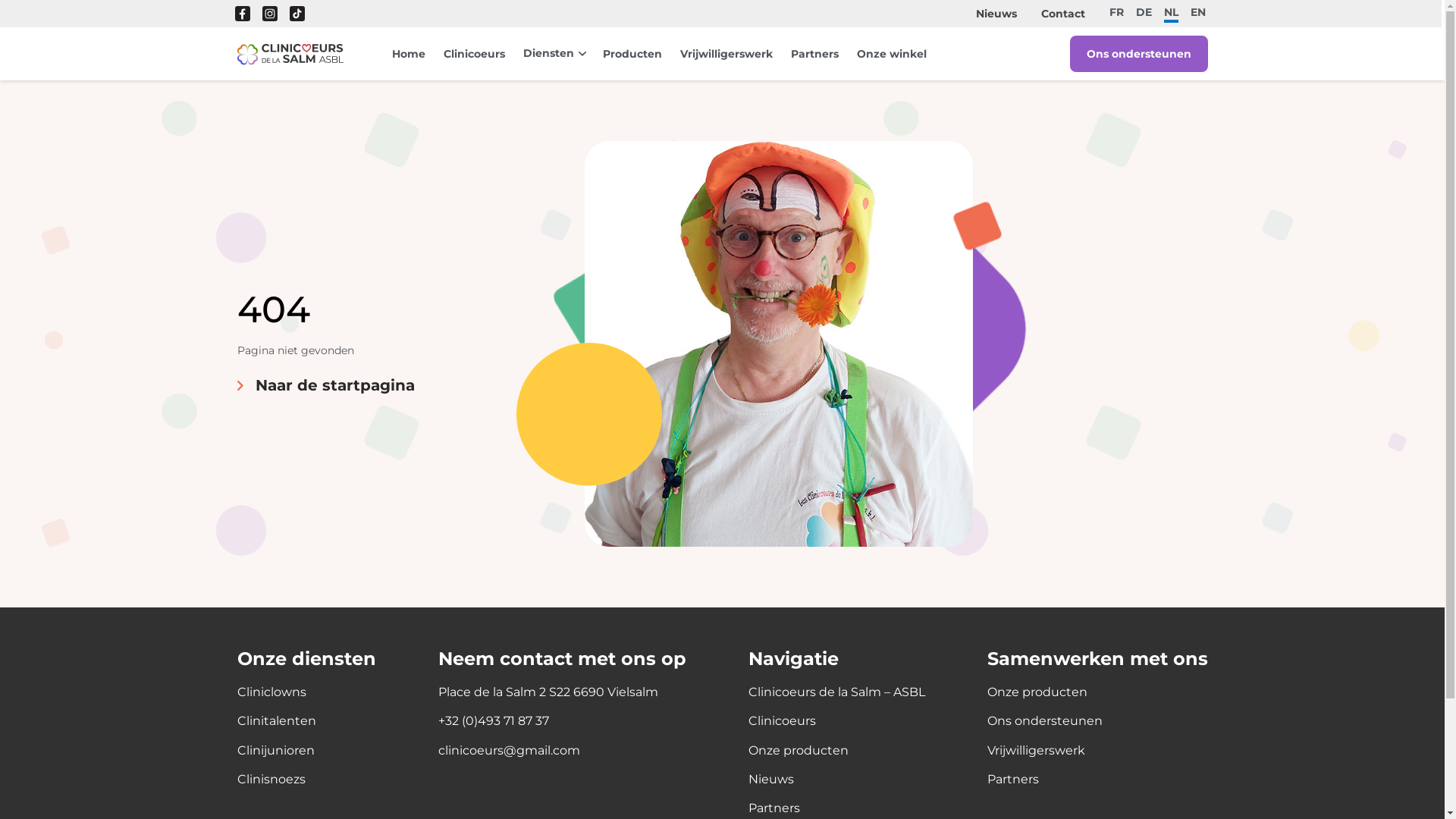 Image resolution: width=1456 pixels, height=819 pixels. I want to click on 'clinicoeurs@gmail.com', so click(509, 751).